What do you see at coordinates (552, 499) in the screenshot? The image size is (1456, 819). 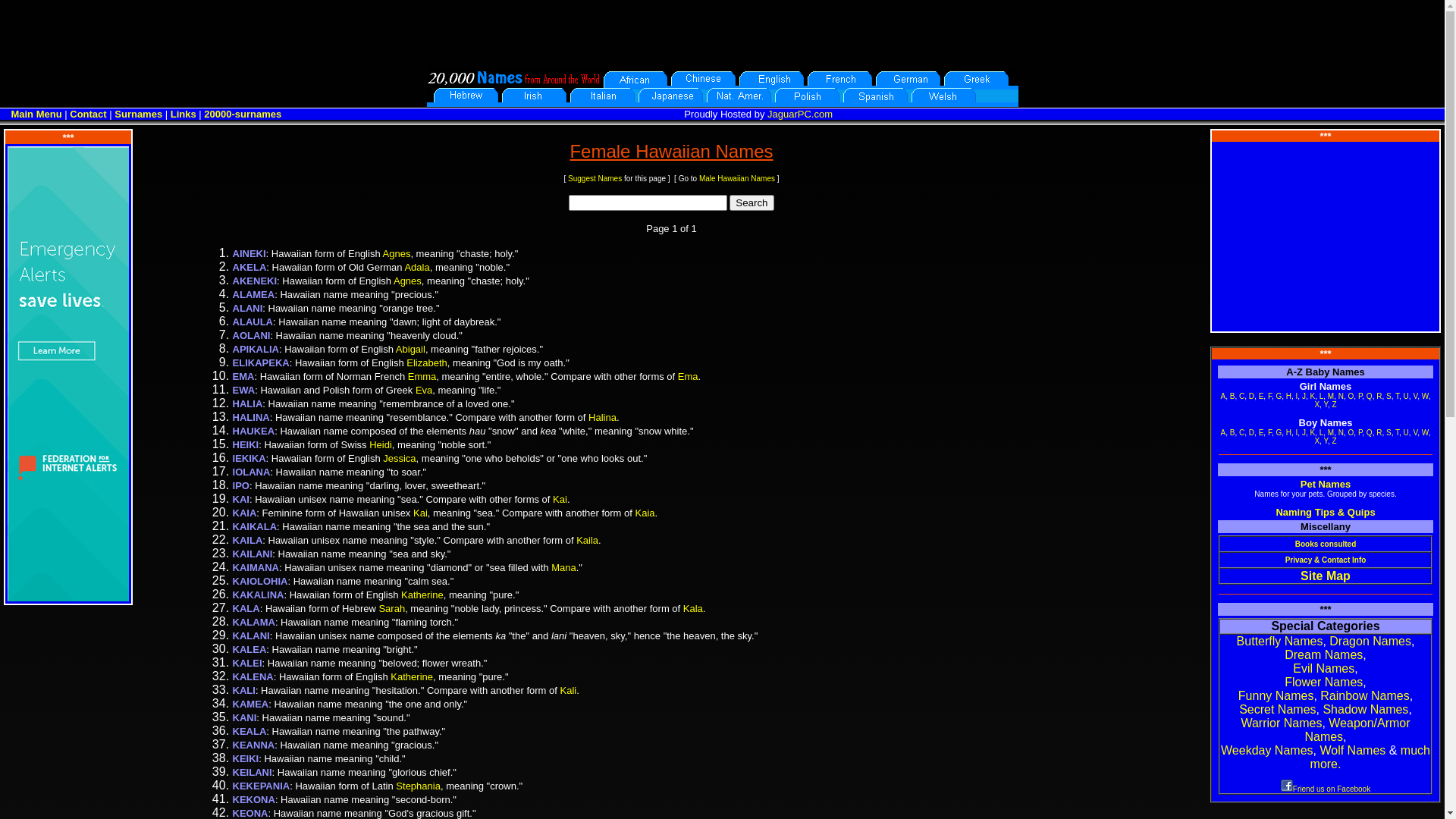 I see `'Kai'` at bounding box center [552, 499].